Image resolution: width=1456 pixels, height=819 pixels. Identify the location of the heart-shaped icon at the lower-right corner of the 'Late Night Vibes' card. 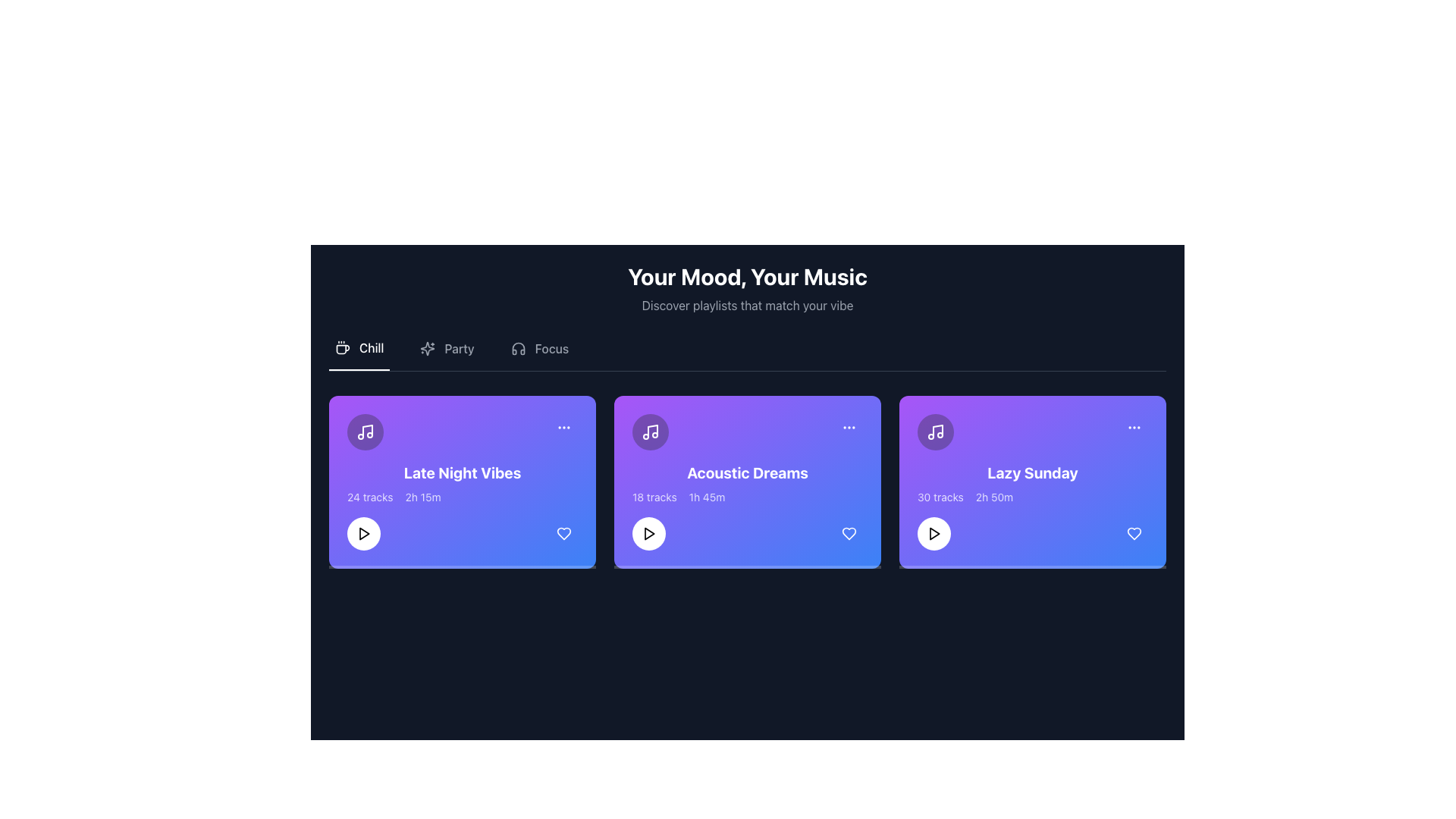
(563, 533).